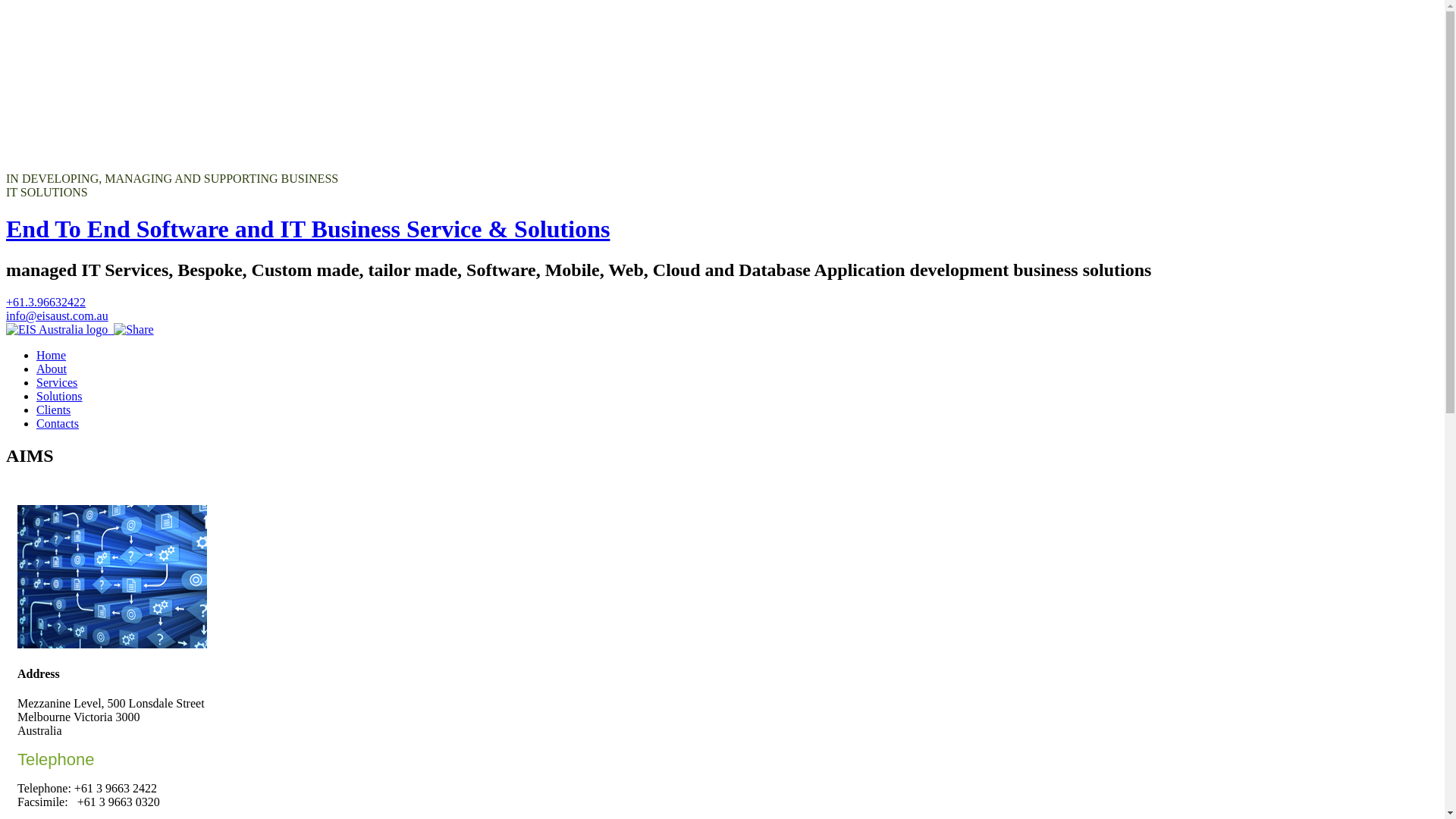 This screenshot has width=1456, height=819. What do you see at coordinates (51, 355) in the screenshot?
I see `'Home'` at bounding box center [51, 355].